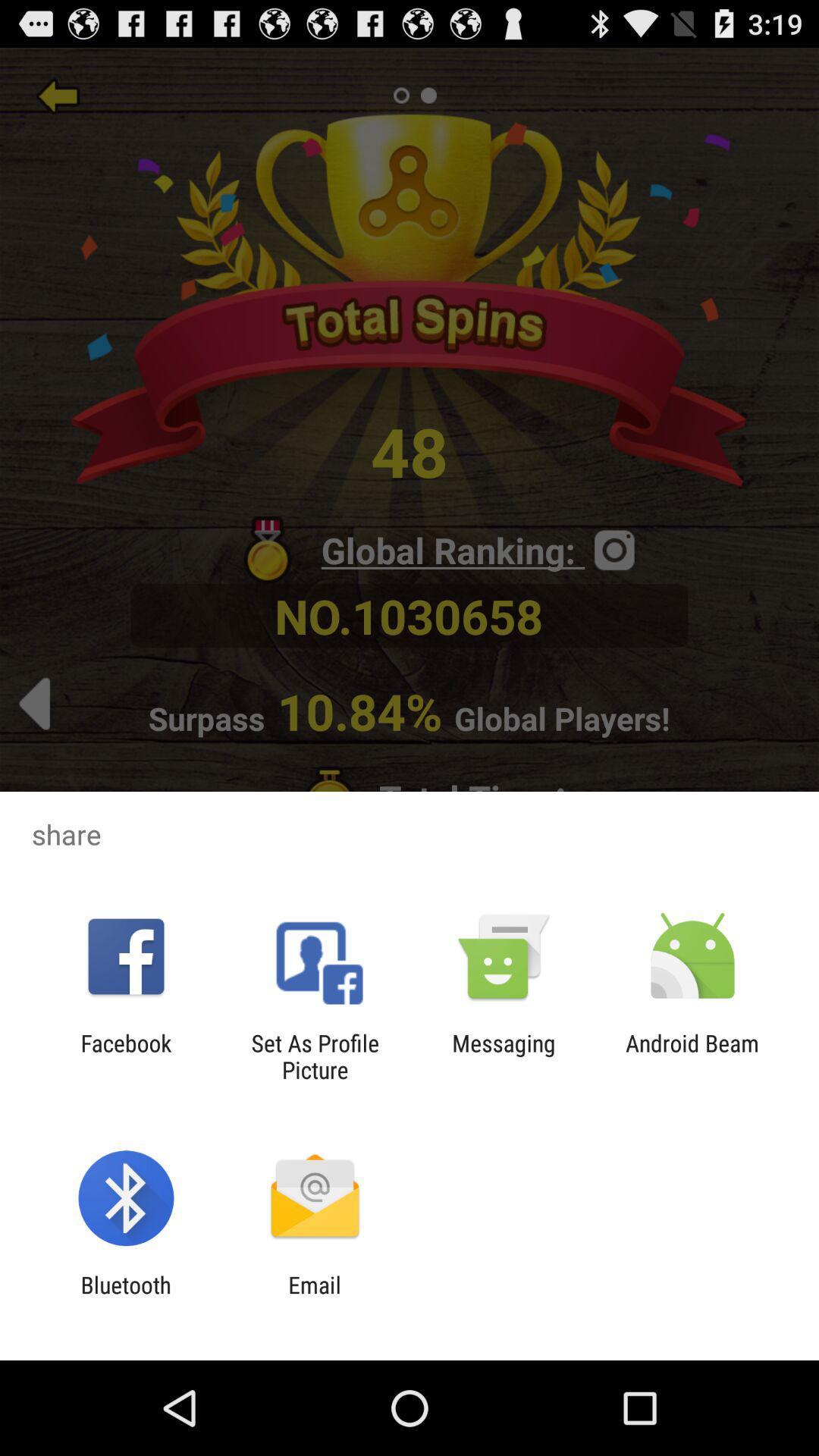 This screenshot has height=1456, width=819. What do you see at coordinates (504, 1056) in the screenshot?
I see `icon to the right of the set as profile item` at bounding box center [504, 1056].